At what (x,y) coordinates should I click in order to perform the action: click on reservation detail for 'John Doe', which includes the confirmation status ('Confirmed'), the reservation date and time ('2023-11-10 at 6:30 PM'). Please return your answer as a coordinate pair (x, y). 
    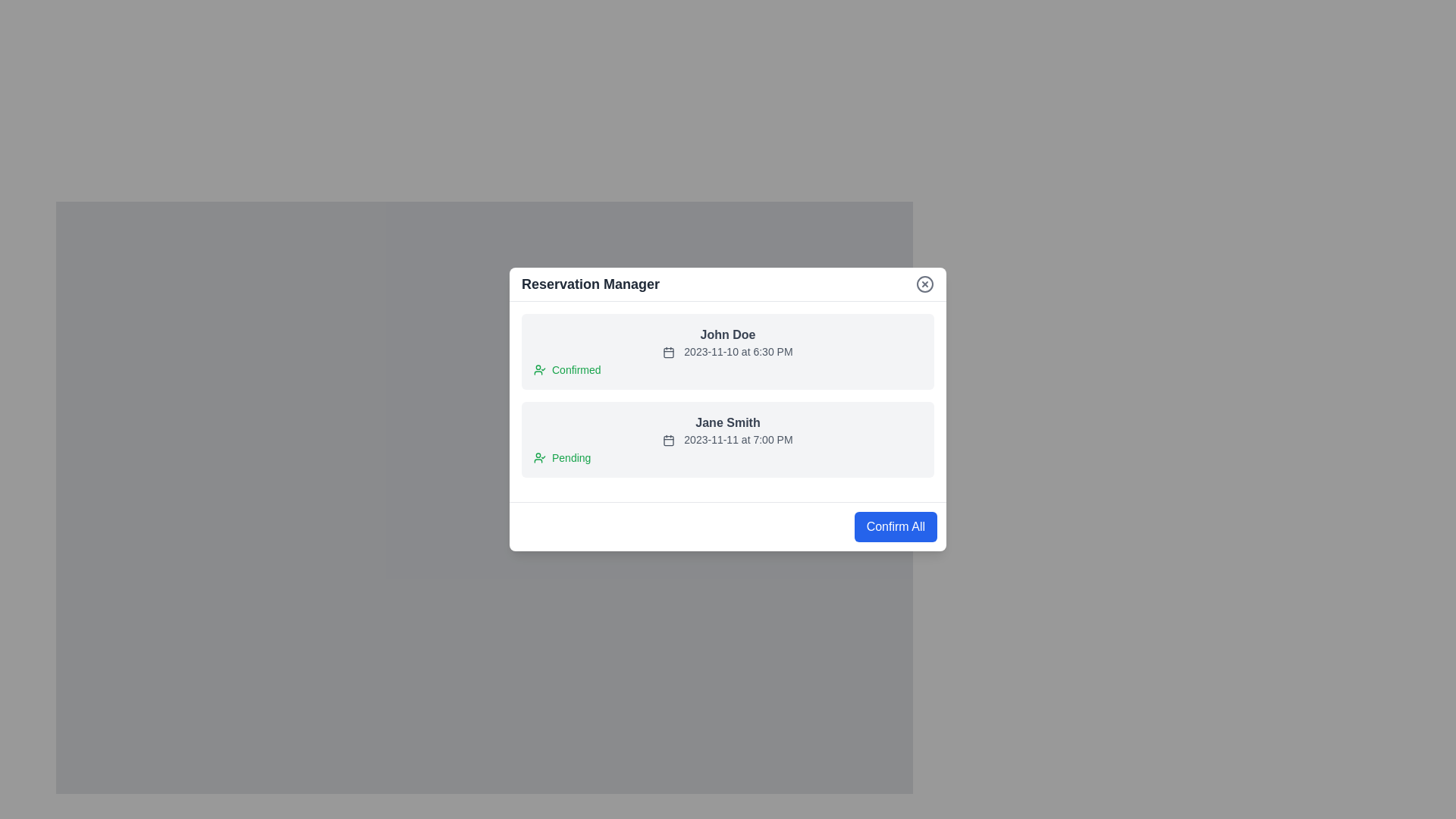
    Looking at the image, I should click on (728, 351).